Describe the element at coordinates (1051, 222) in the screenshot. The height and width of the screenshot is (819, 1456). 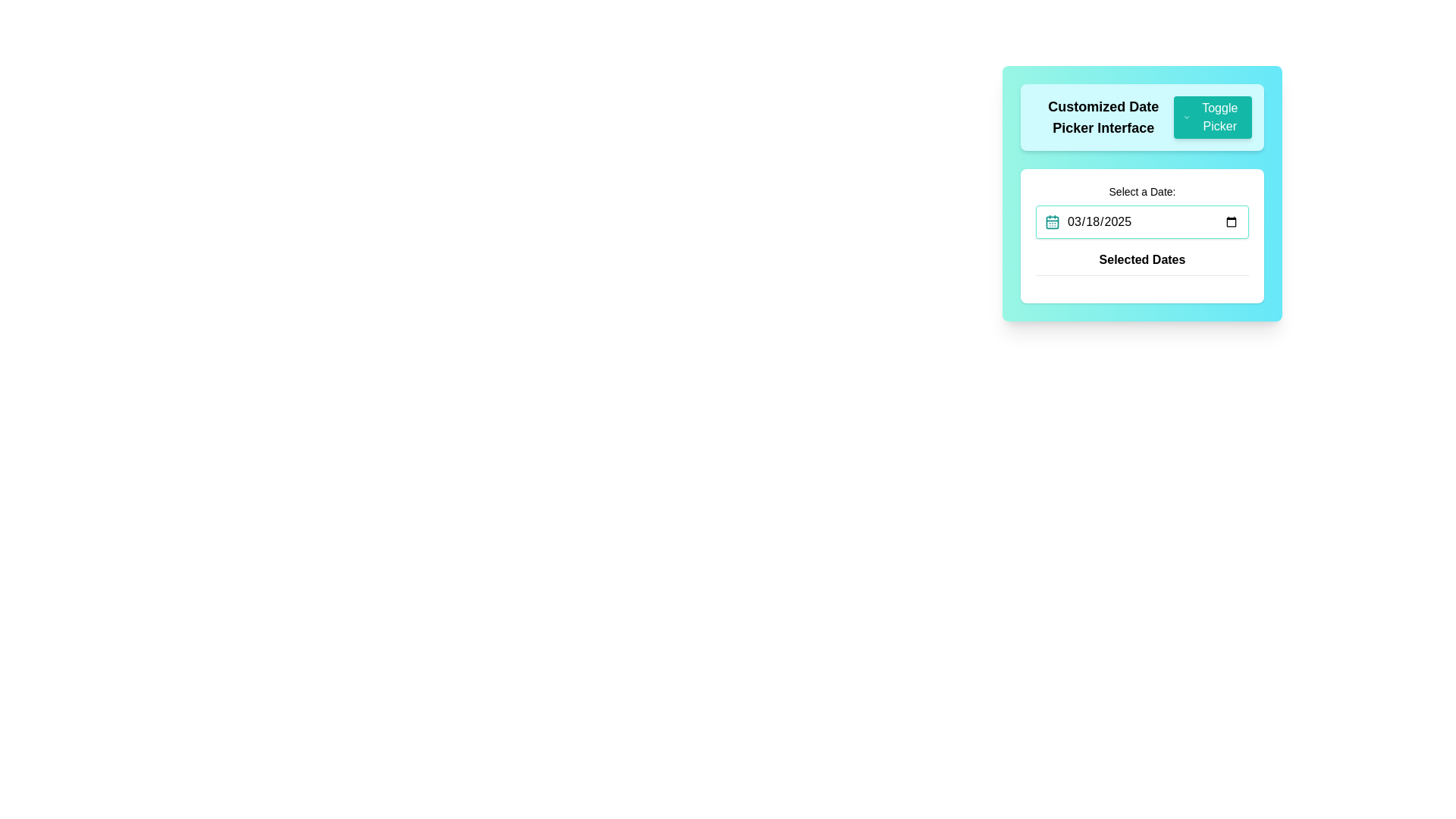
I see `the date picker icon located to the left inside the input field of the date picker component below the title 'Select a Date:'` at that location.